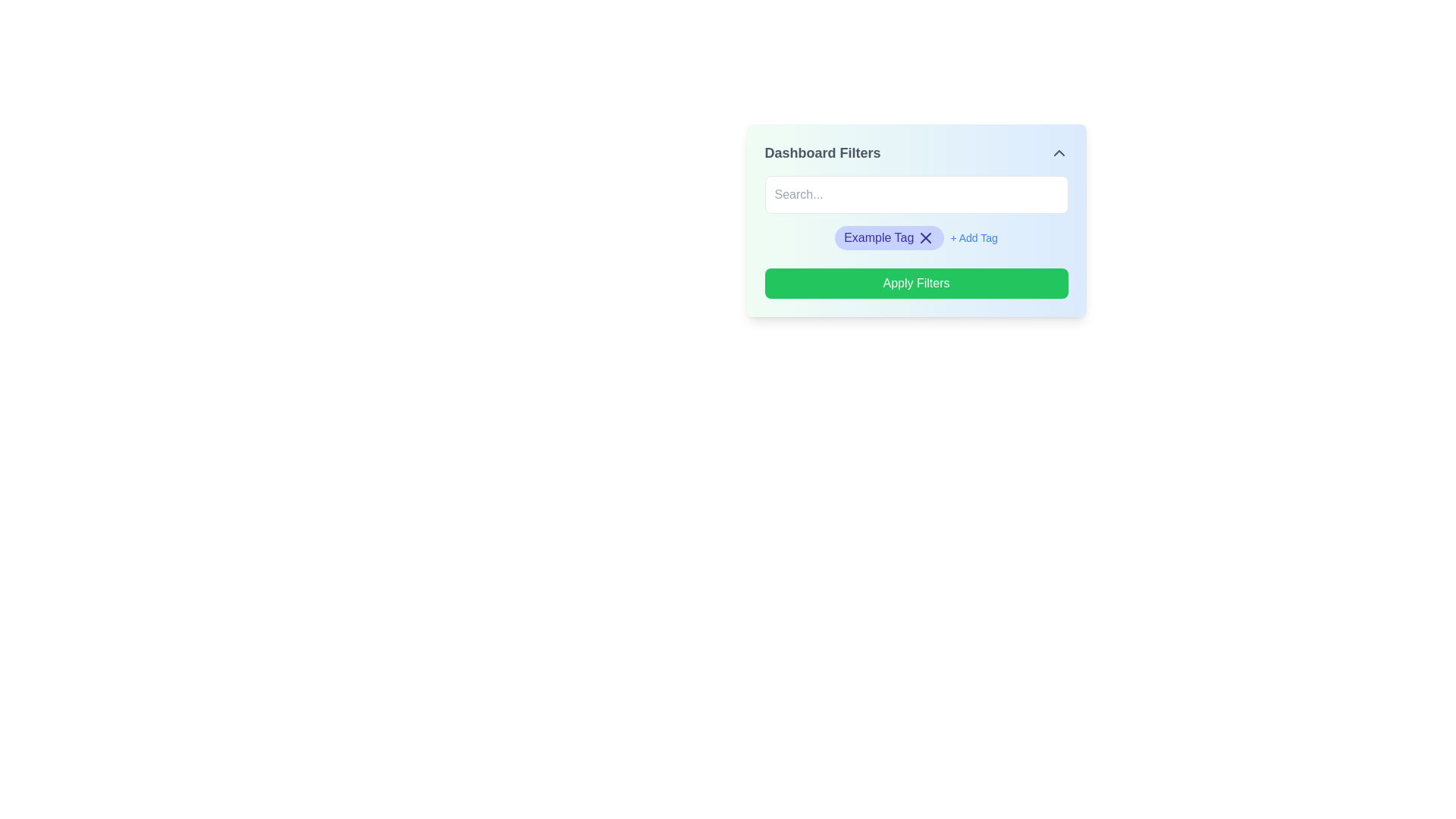 The image size is (1456, 819). I want to click on the 'X' icon, which is styled as a minimalist, sharp-ended cross in blue, located to the right of the text 'Example Tag' within a purple tag-like component, so click(925, 237).